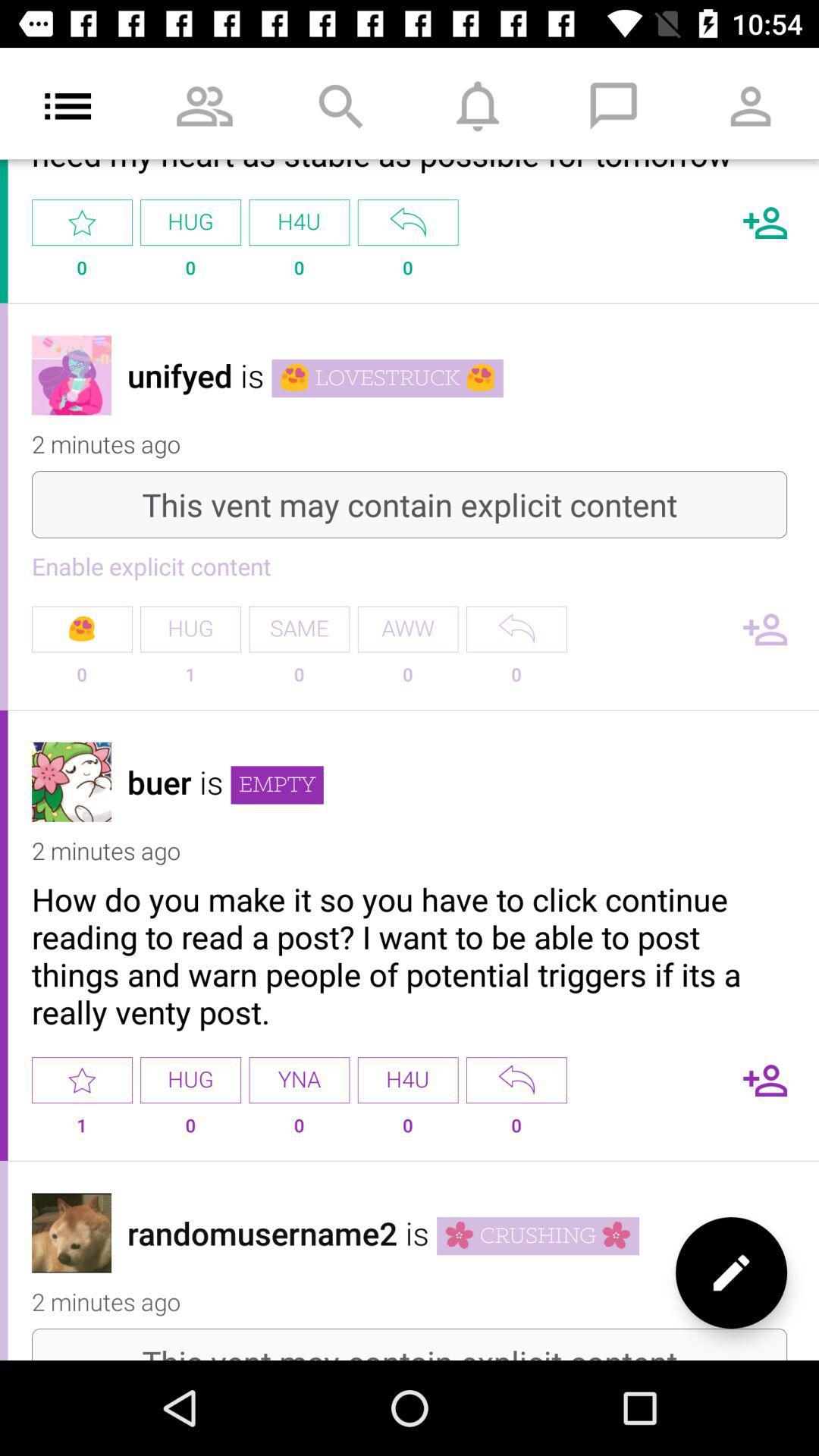  Describe the element at coordinates (71, 375) in the screenshot. I see `user avatar` at that location.